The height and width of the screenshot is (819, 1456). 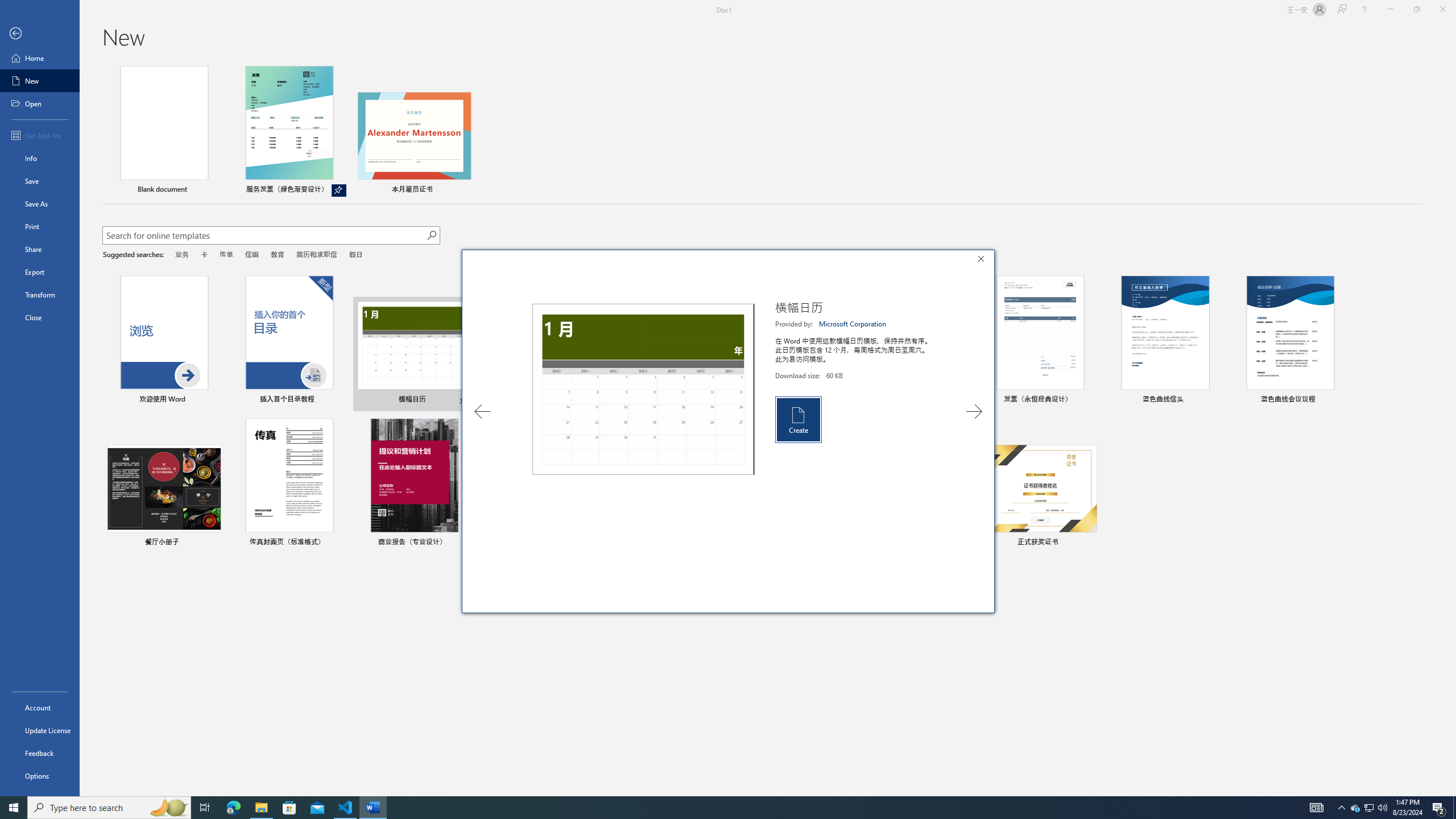 I want to click on 'Microsoft Store', so click(x=289, y=806).